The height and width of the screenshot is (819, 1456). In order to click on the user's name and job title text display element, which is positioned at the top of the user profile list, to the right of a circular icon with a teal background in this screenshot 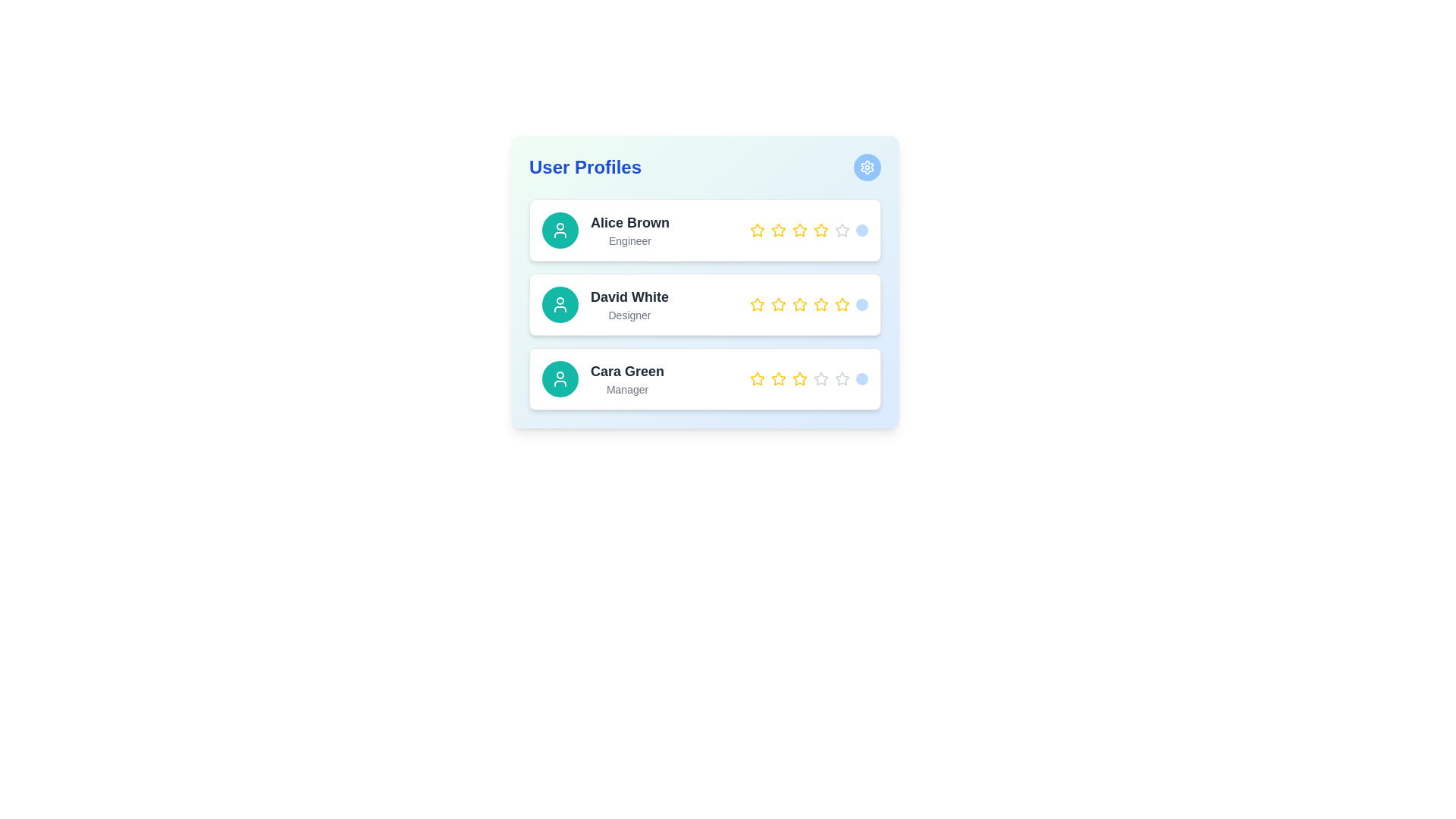, I will do `click(629, 231)`.